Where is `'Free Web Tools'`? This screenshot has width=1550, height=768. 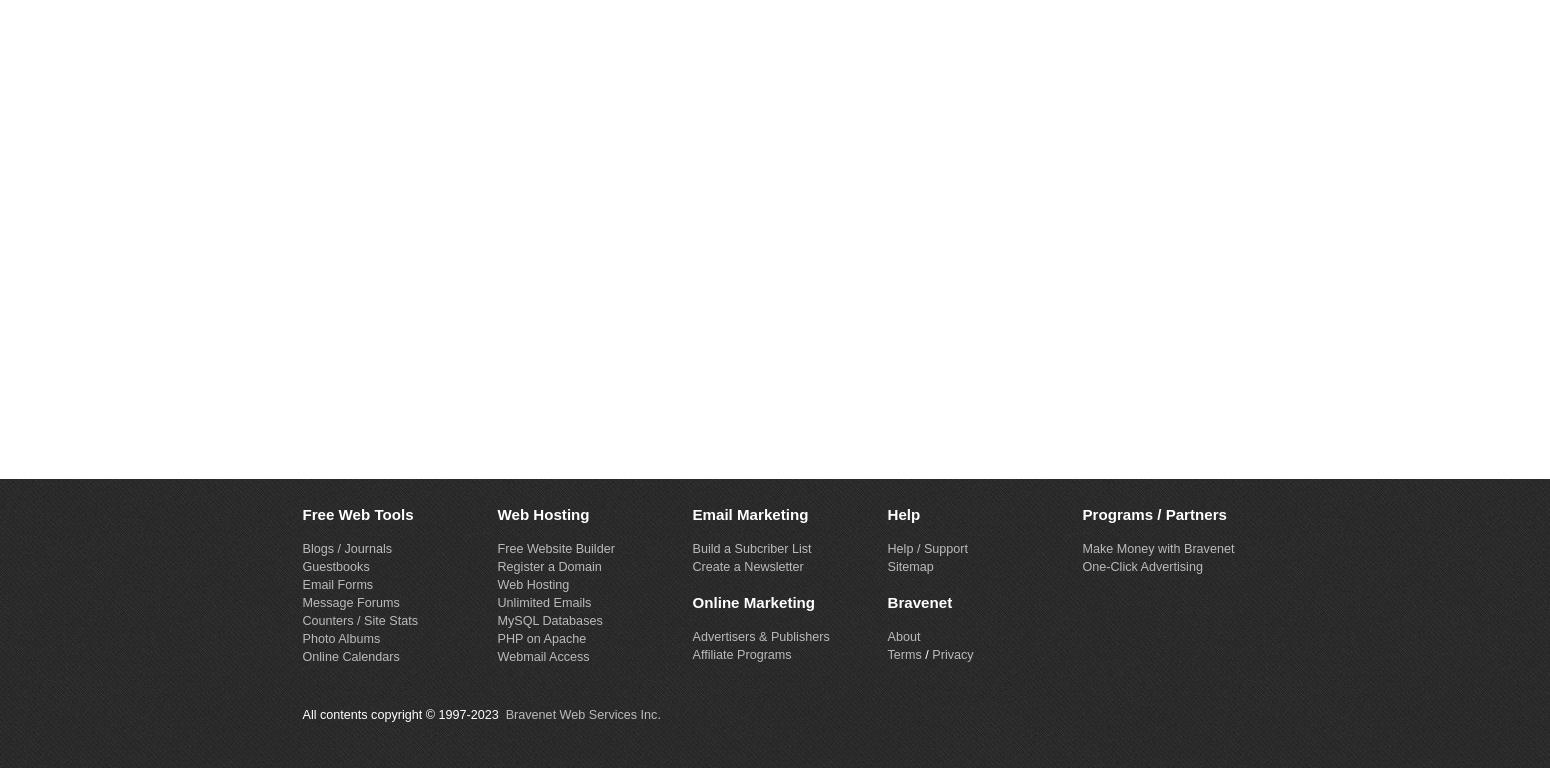 'Free Web Tools' is located at coordinates (356, 513).